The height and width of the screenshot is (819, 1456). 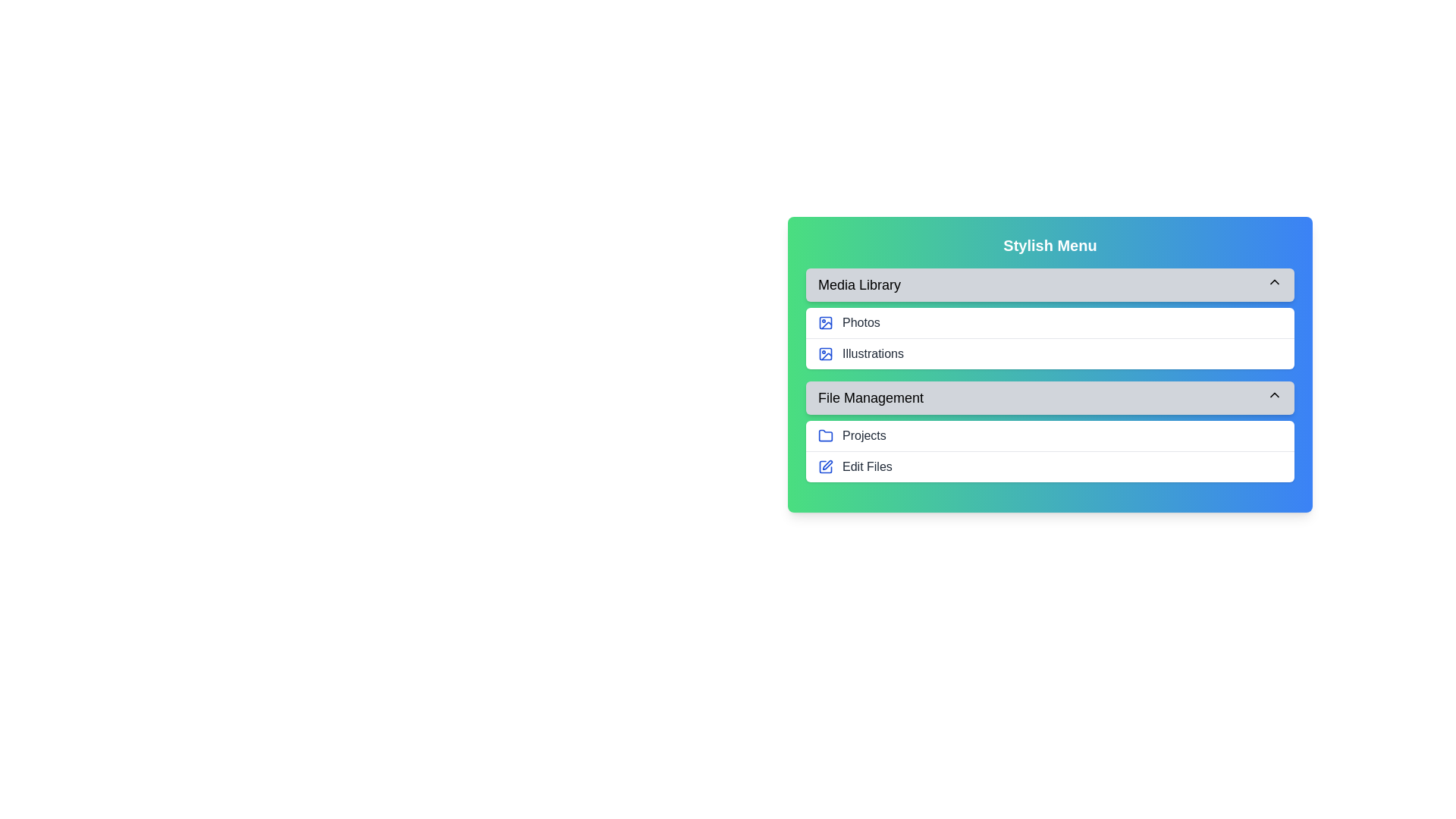 What do you see at coordinates (1050, 318) in the screenshot?
I see `one of the items from the dropdown menu located below the title 'Stylish Menu' and above 'File Management', which displays options 'Photos' and 'Illustrations'` at bounding box center [1050, 318].